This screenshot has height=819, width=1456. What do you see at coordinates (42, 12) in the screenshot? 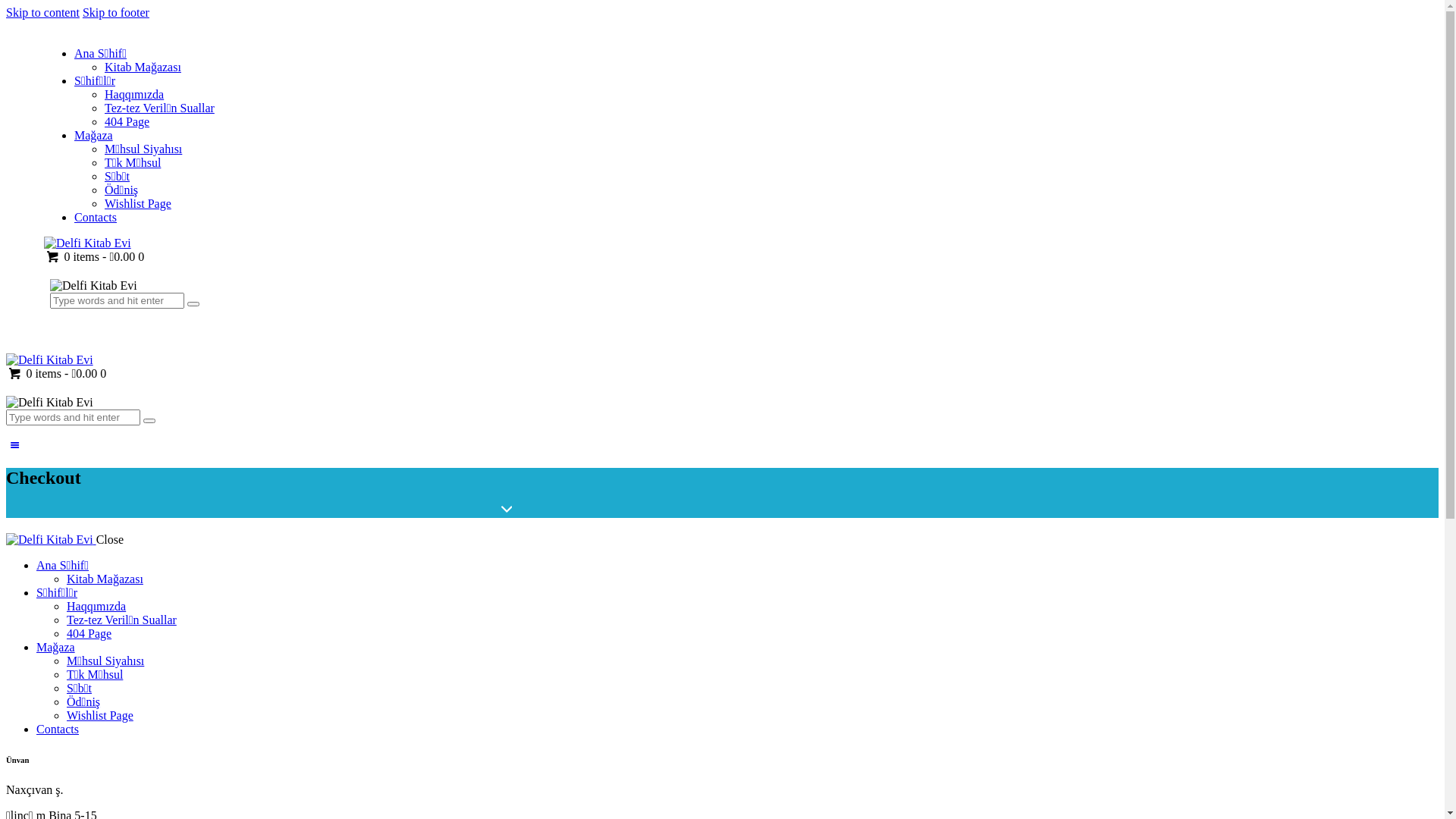
I see `'Skip to content'` at bounding box center [42, 12].